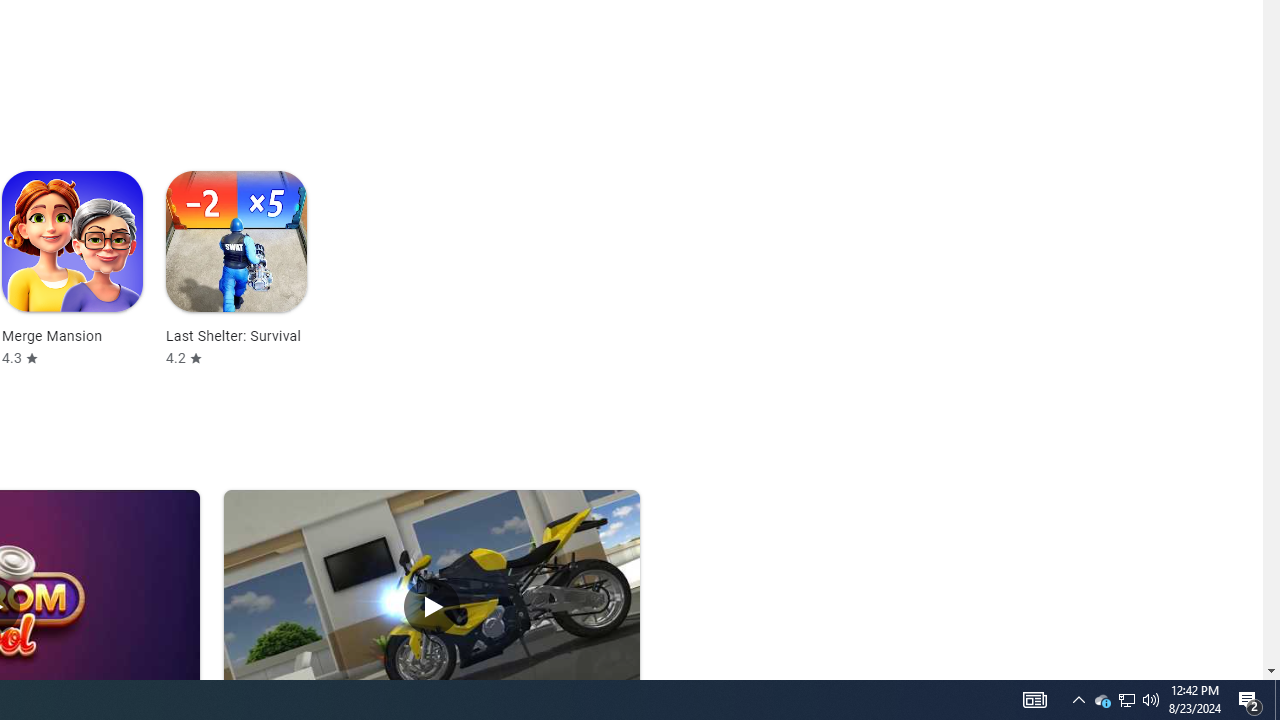 The height and width of the screenshot is (720, 1280). Describe the element at coordinates (72, 268) in the screenshot. I see `'Merge Mansion Rated 4.3 stars out of five stars'` at that location.